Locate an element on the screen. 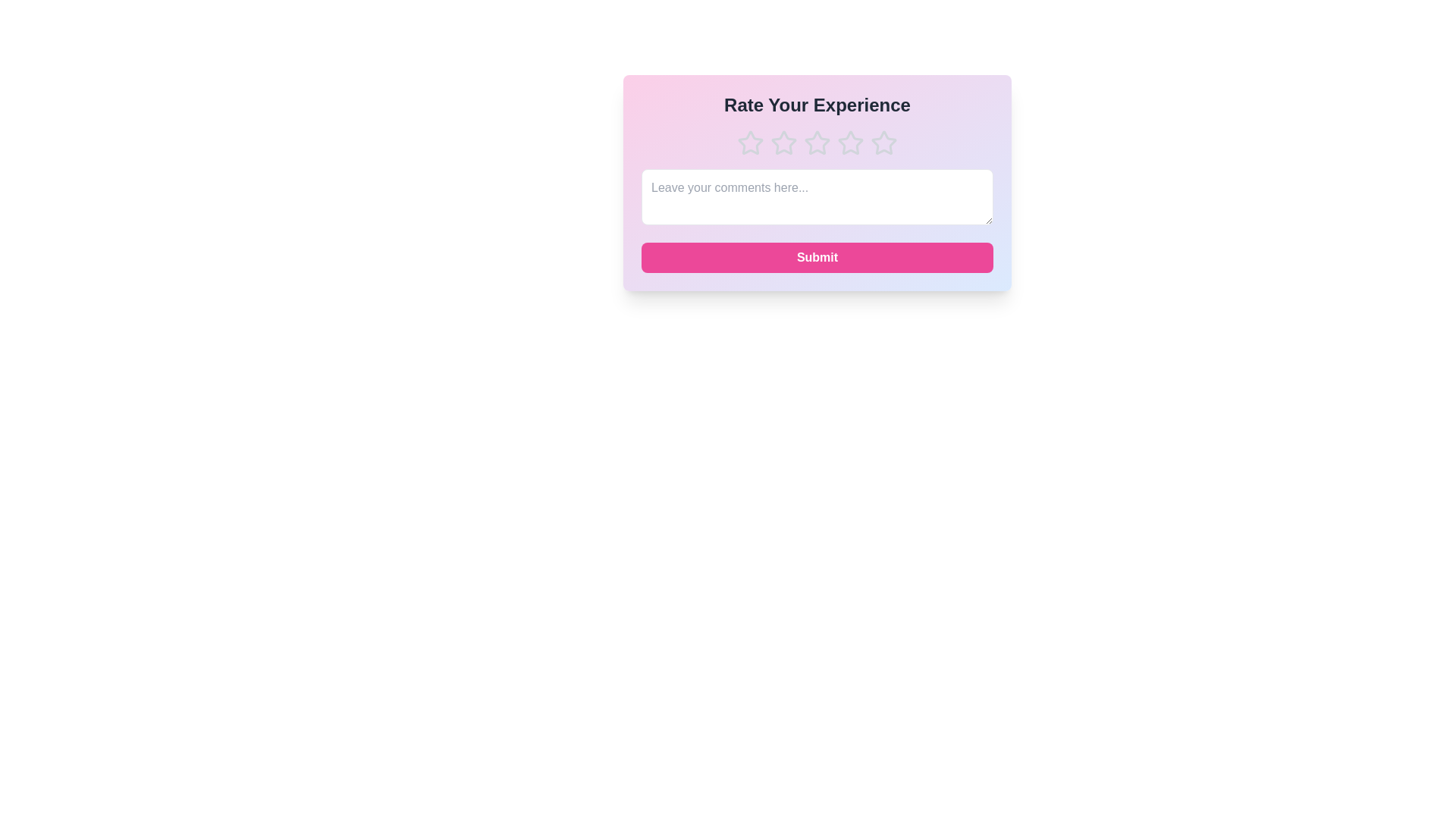 This screenshot has height=819, width=1456. the star corresponding to 2 to preview the rating is located at coordinates (783, 143).